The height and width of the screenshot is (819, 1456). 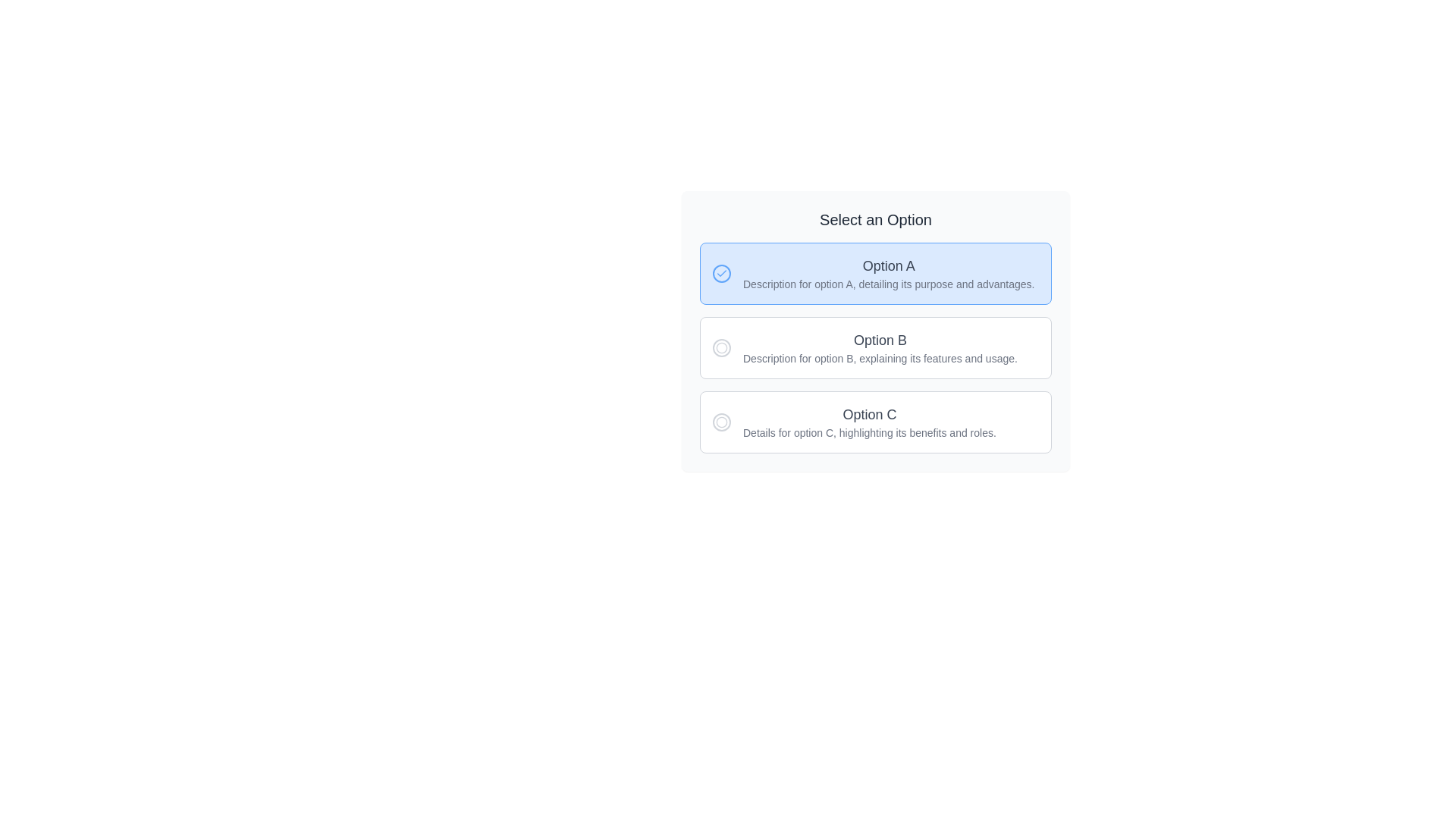 I want to click on description of the first selectable option displayed in the Label Text directly below the heading 'Select an Option', so click(x=889, y=274).